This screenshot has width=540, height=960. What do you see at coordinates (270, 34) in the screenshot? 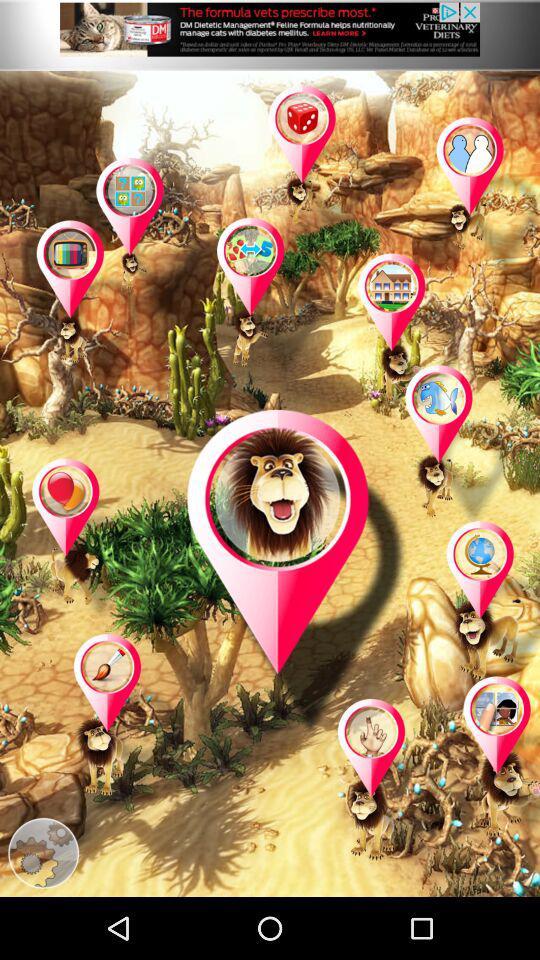
I see `advertisement page` at bounding box center [270, 34].